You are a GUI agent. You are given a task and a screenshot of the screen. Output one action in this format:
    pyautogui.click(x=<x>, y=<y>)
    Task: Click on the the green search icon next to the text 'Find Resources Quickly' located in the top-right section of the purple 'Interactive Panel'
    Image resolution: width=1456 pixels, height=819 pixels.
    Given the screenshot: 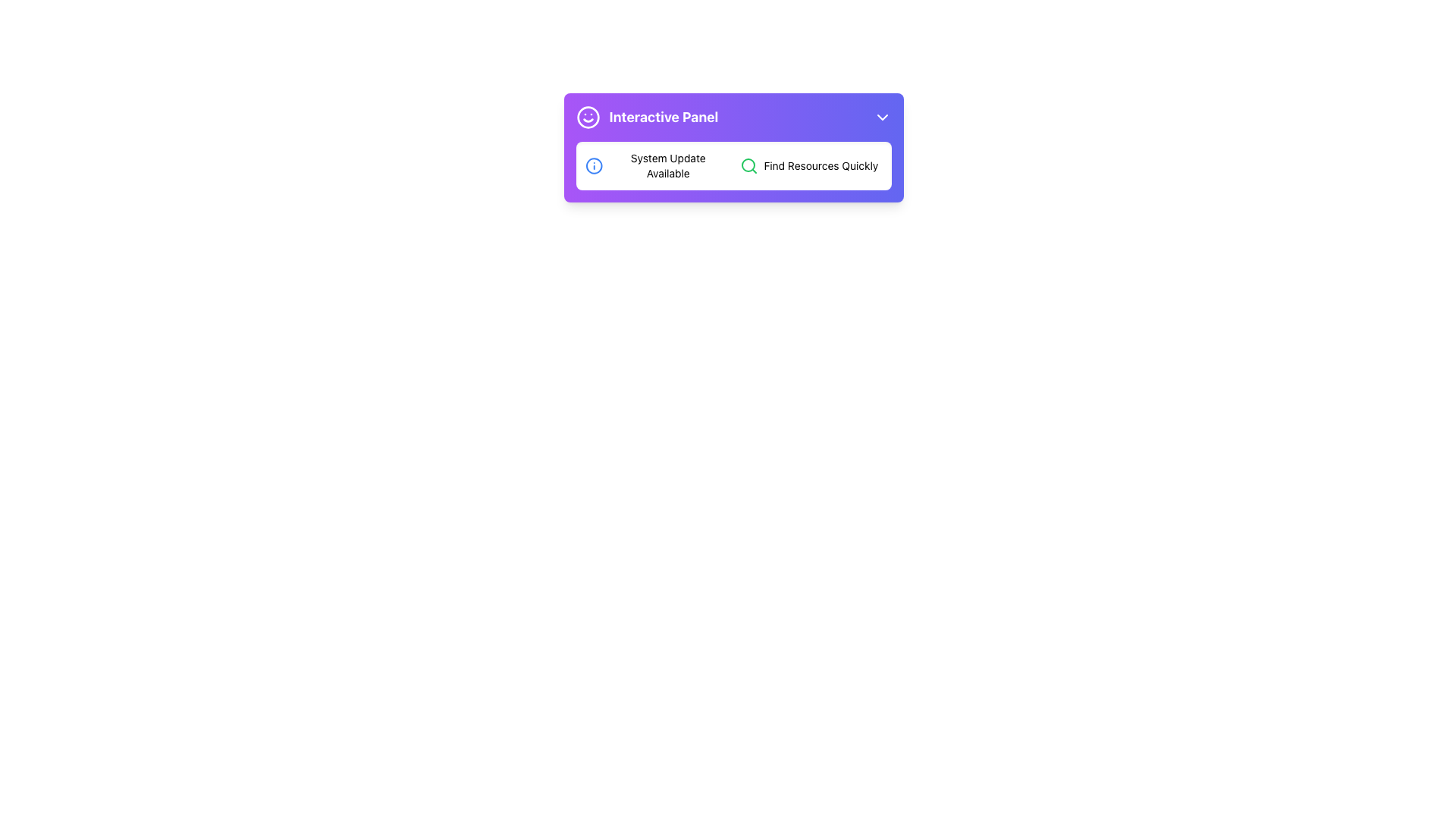 What is the action you would take?
    pyautogui.click(x=810, y=166)
    